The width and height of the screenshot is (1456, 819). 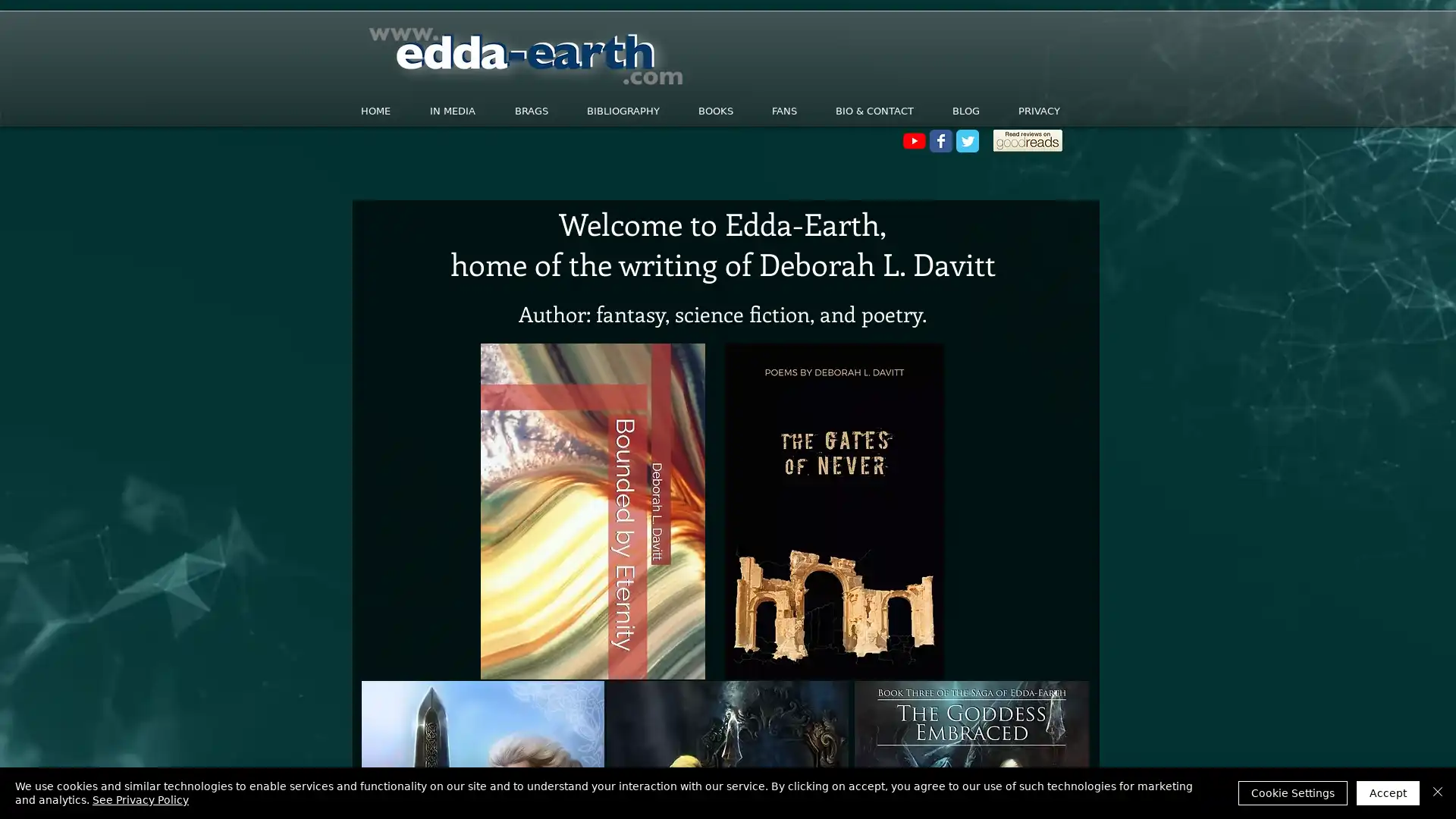 I want to click on Close, so click(x=1437, y=792).